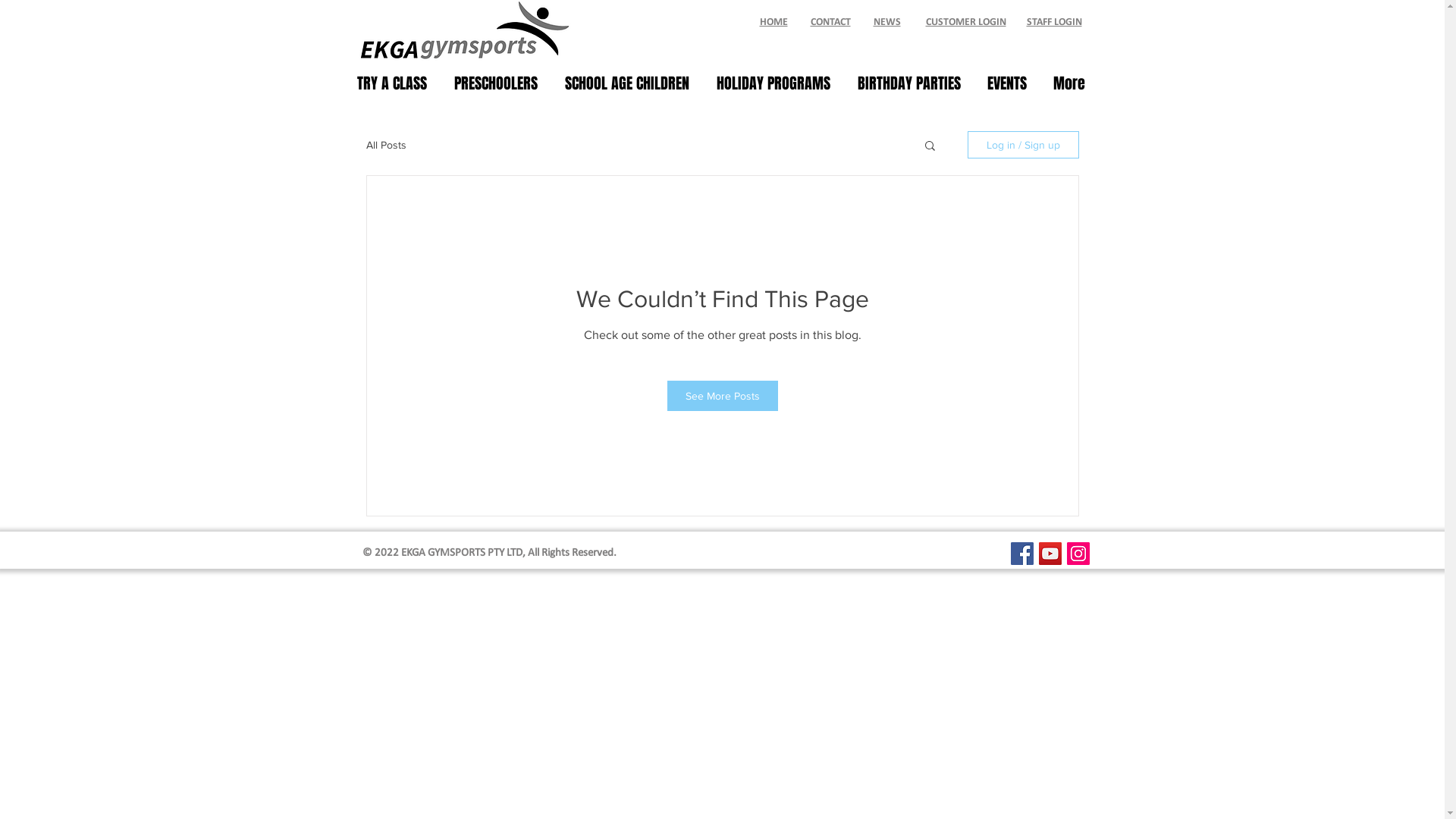 The image size is (1456, 819). Describe the element at coordinates (1023, 145) in the screenshot. I see `'Log in / Sign up'` at that location.